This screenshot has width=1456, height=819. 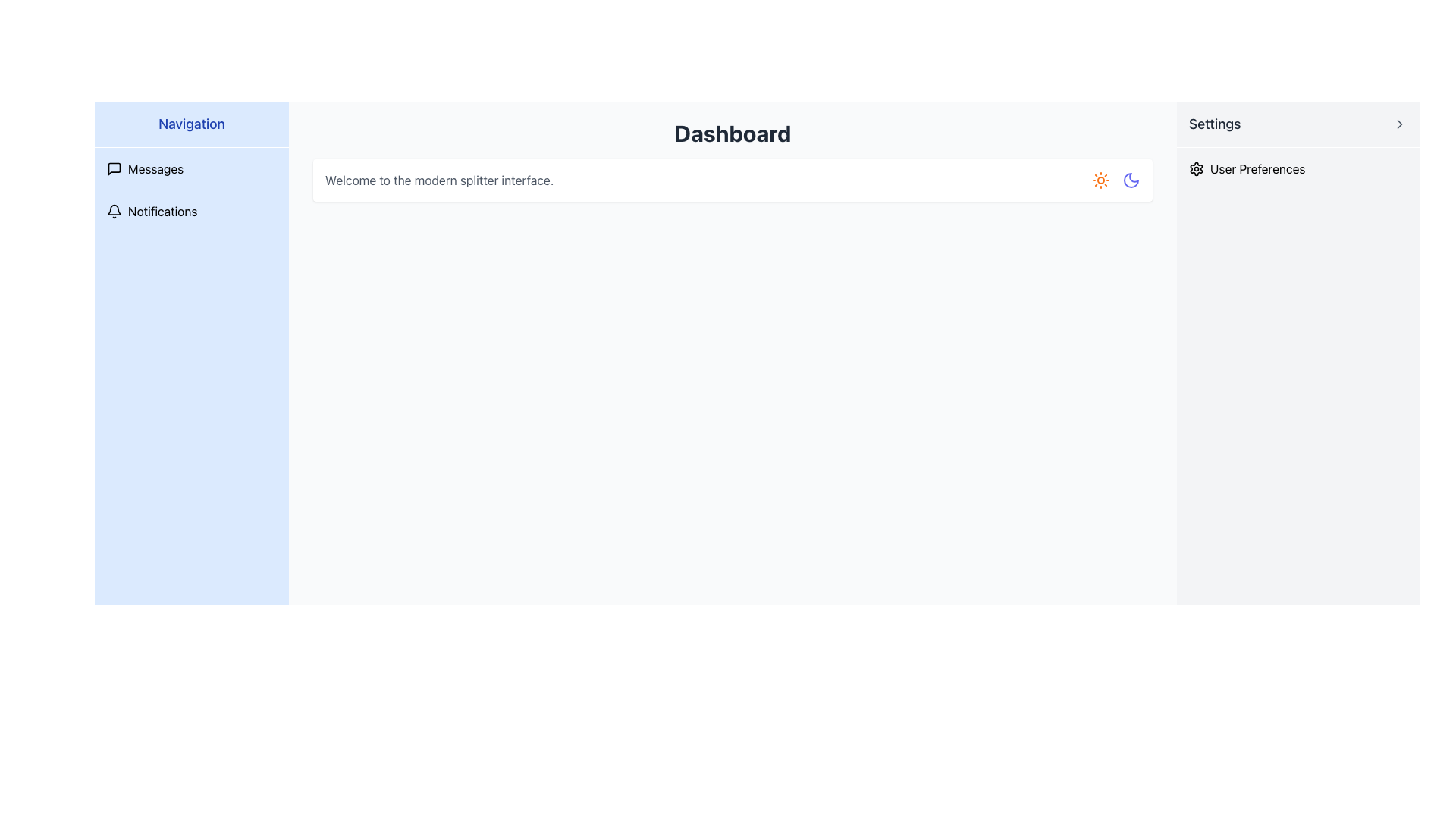 I want to click on the navigation icon in the top-right corner of the 'Settings' section, so click(x=1399, y=124).